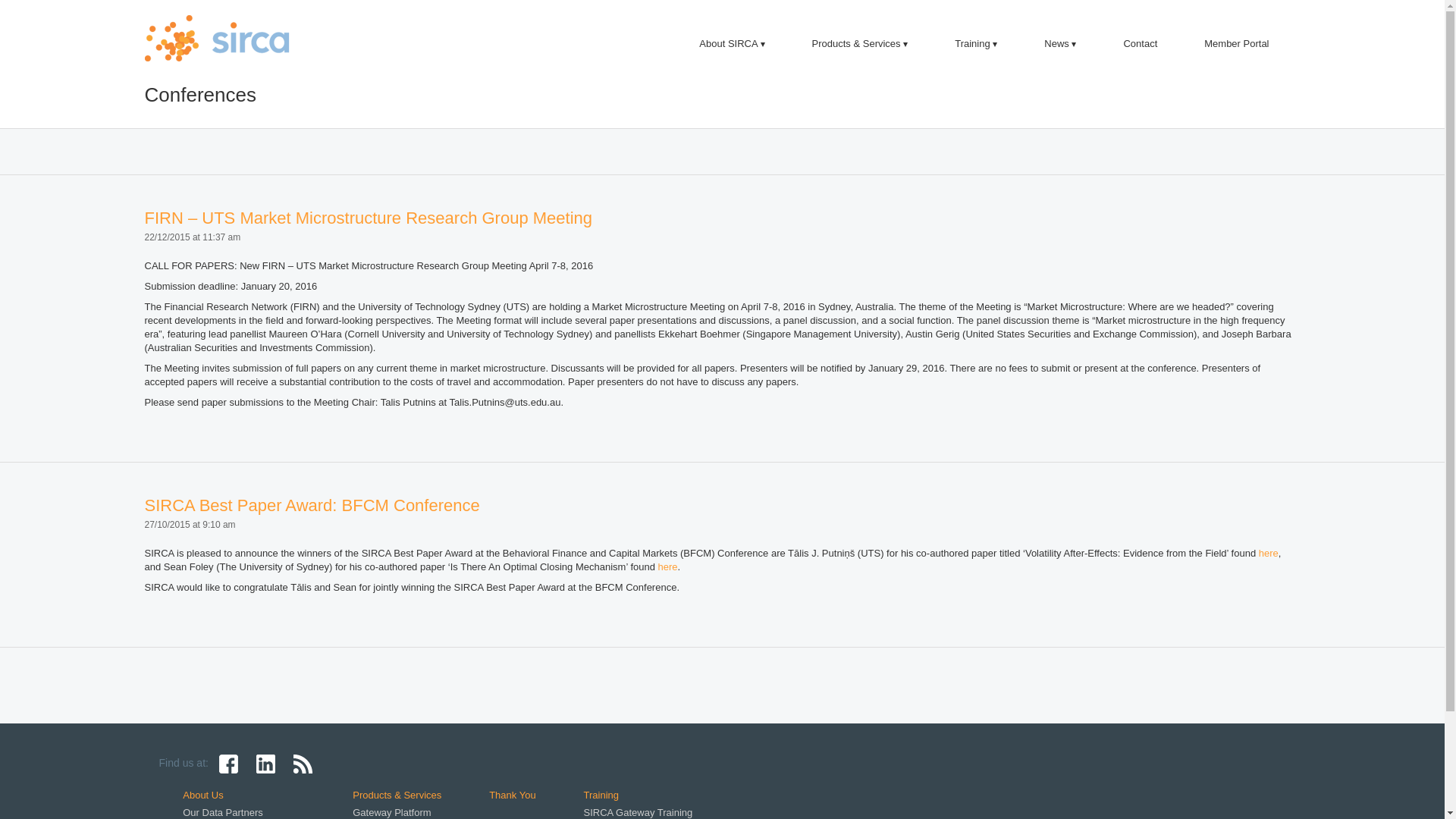 This screenshot has height=819, width=1456. I want to click on 'About SIRCA', so click(731, 42).